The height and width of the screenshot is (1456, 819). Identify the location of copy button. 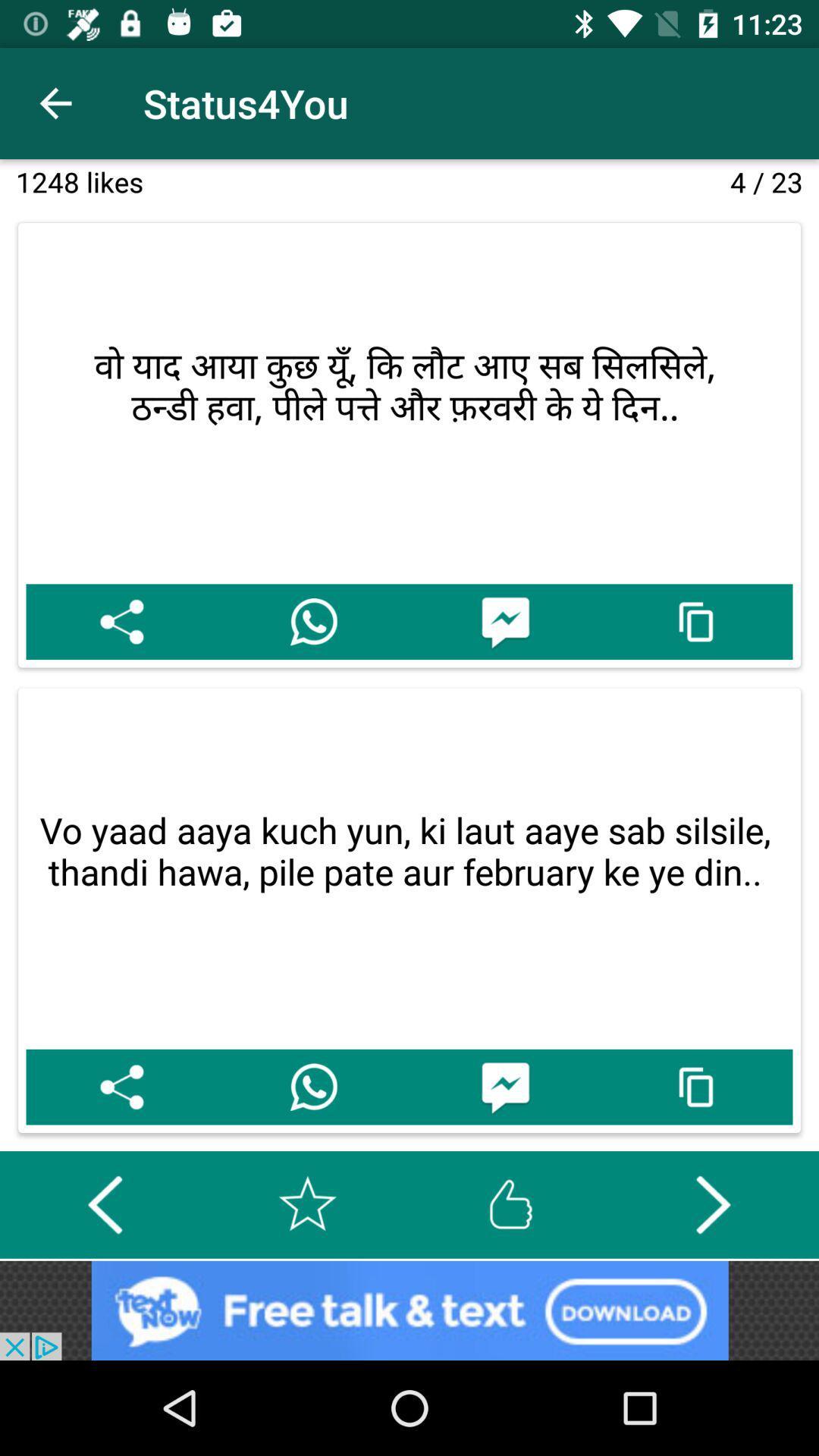
(697, 622).